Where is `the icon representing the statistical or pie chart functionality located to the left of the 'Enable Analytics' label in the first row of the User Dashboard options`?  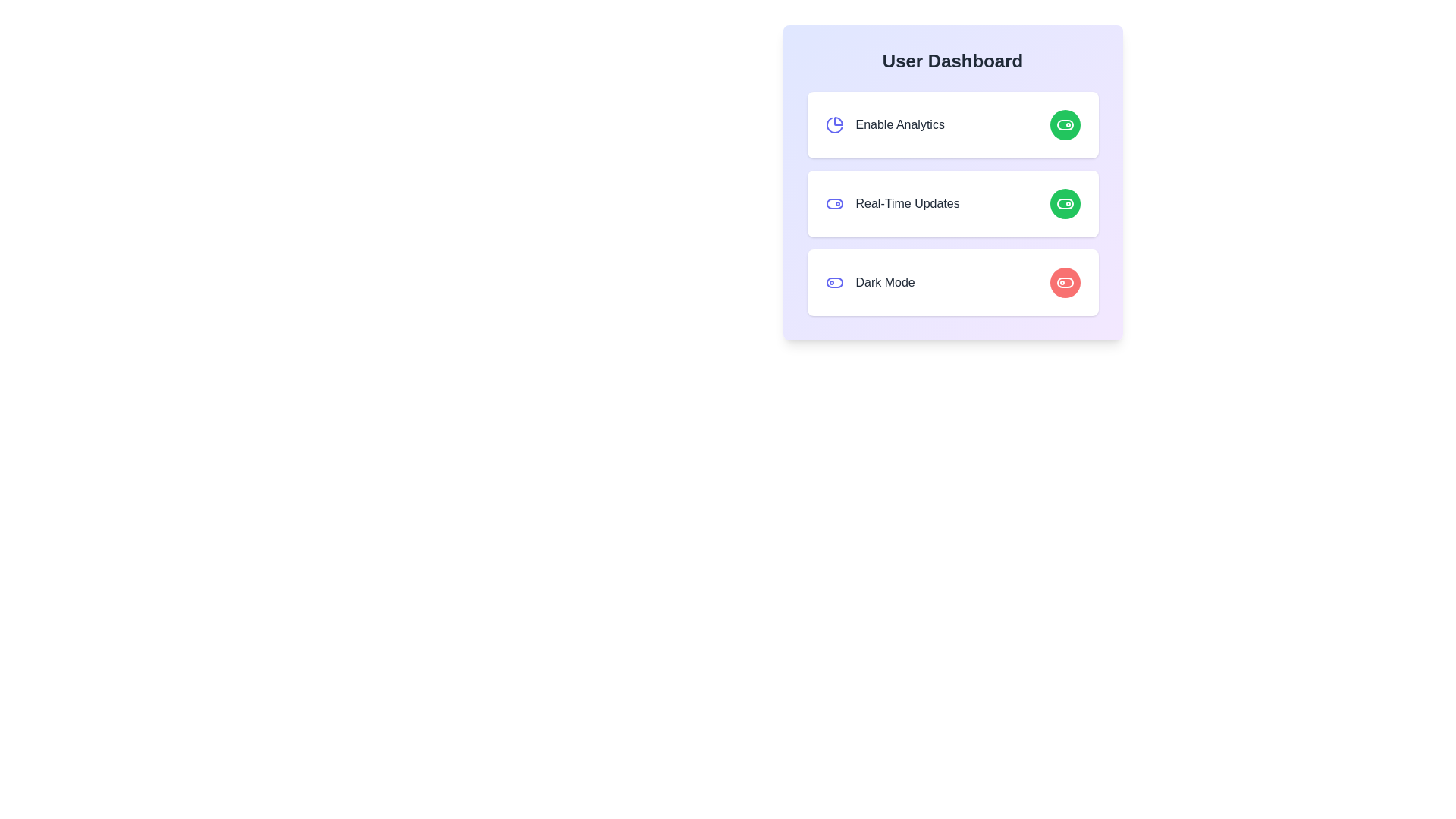
the icon representing the statistical or pie chart functionality located to the left of the 'Enable Analytics' label in the first row of the User Dashboard options is located at coordinates (833, 124).